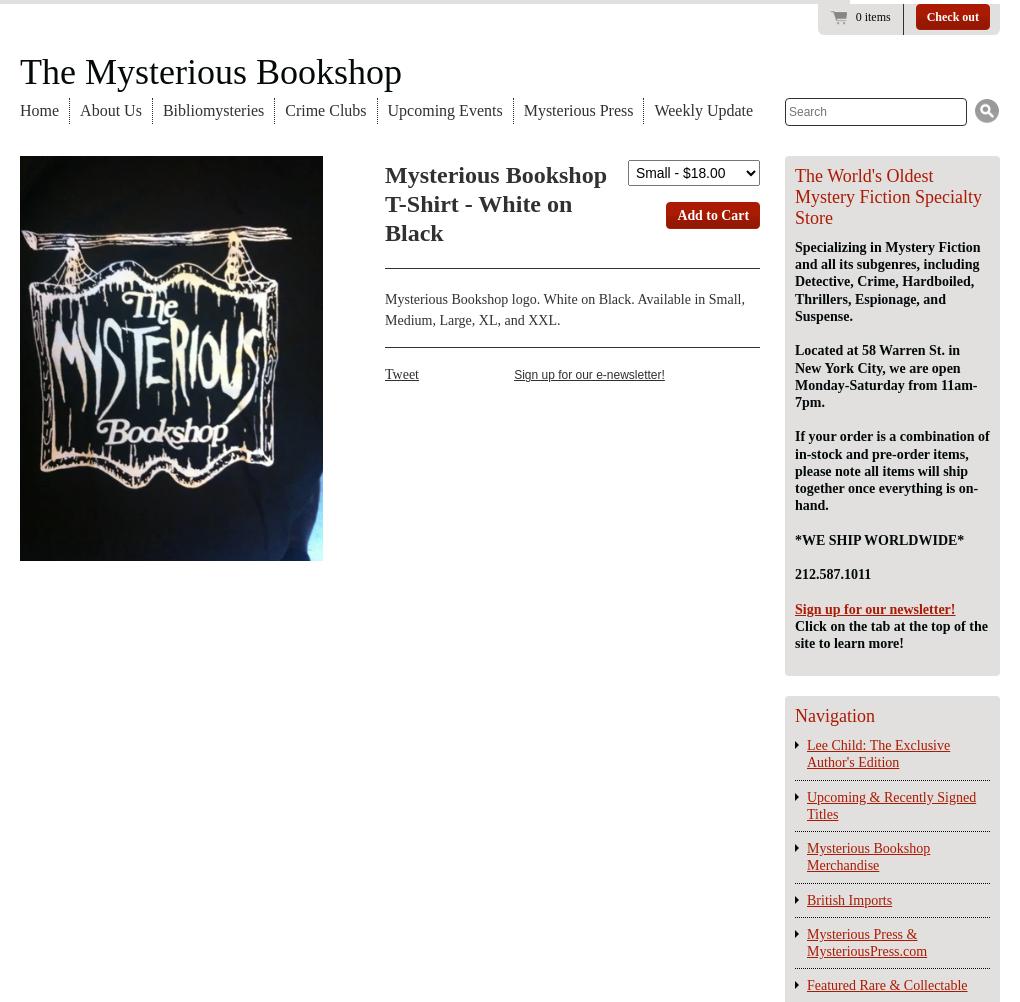 The width and height of the screenshot is (1020, 1002). Describe the element at coordinates (867, 857) in the screenshot. I see `'Mysterious Bookshop Merchandise'` at that location.